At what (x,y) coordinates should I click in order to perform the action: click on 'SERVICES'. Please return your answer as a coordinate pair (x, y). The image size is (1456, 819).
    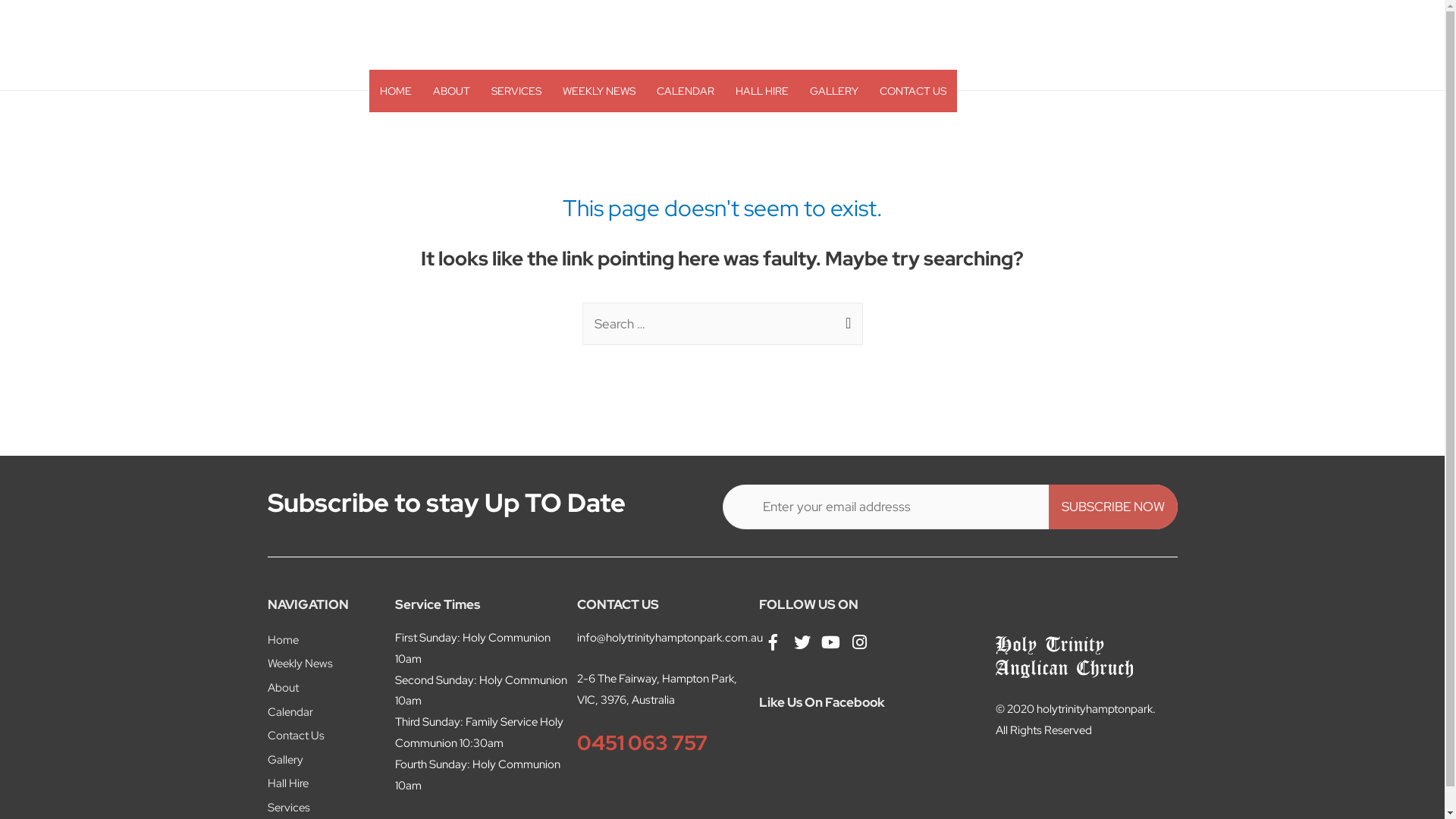
    Looking at the image, I should click on (479, 90).